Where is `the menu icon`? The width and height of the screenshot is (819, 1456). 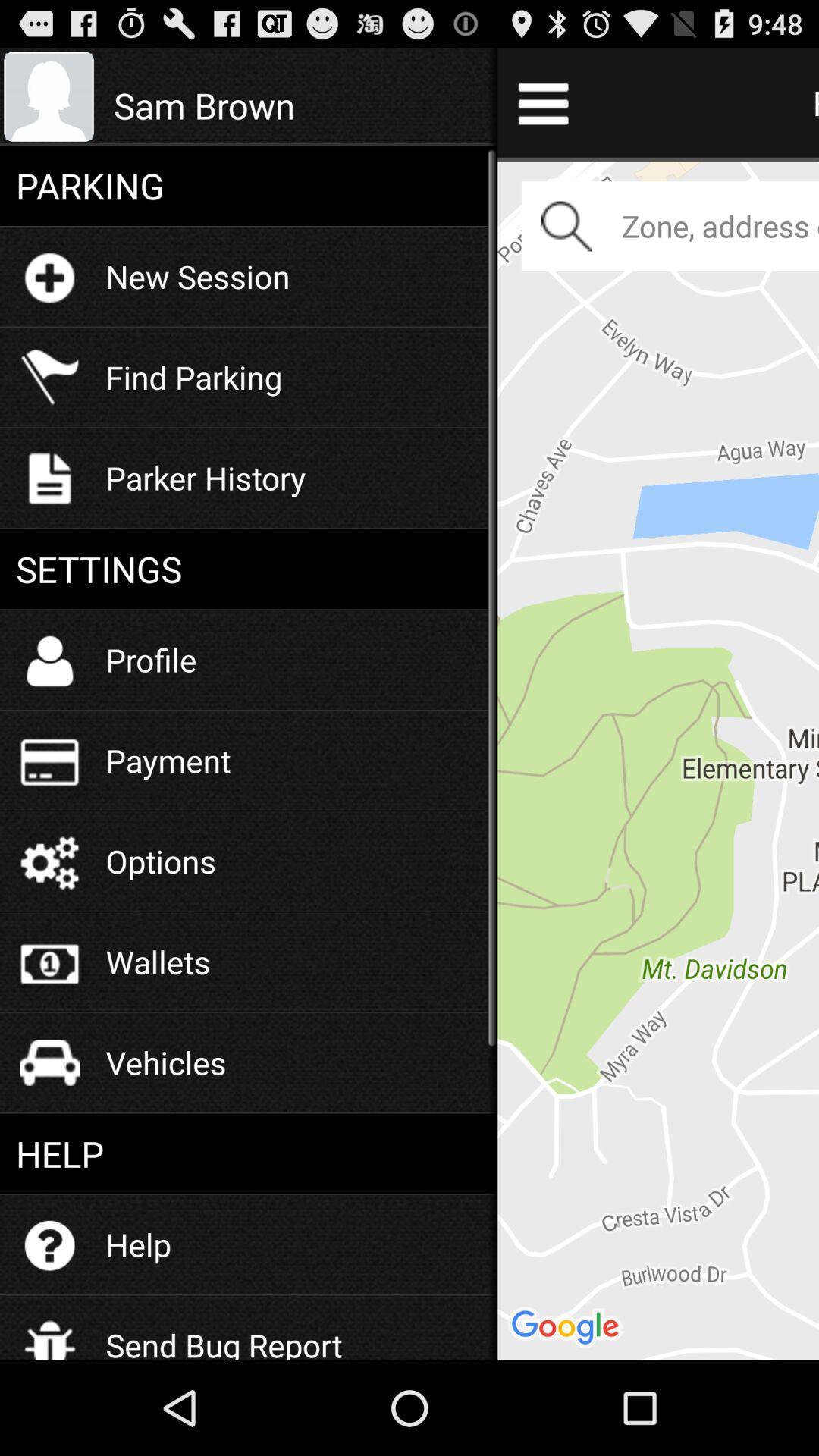
the menu icon is located at coordinates (542, 108).